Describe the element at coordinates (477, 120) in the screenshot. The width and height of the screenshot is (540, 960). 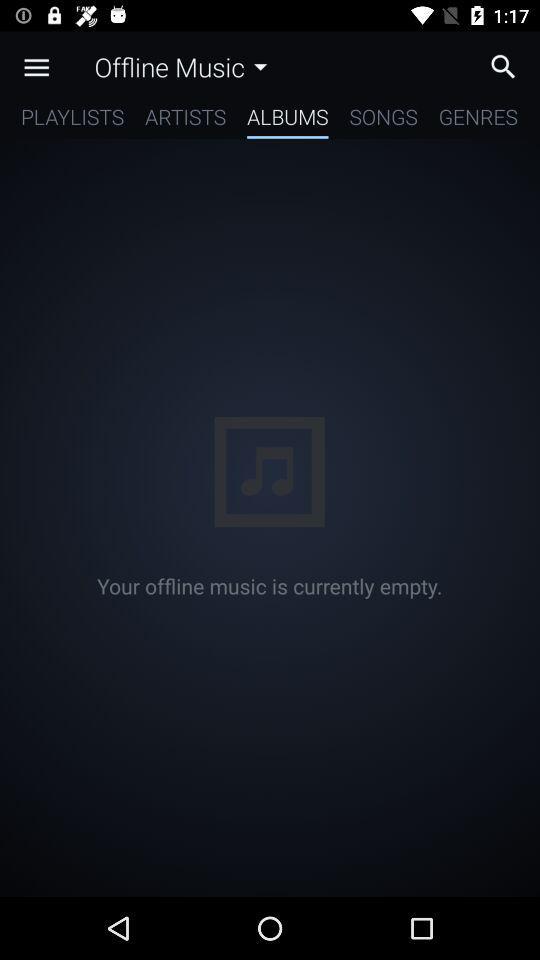
I see `the genres icon` at that location.